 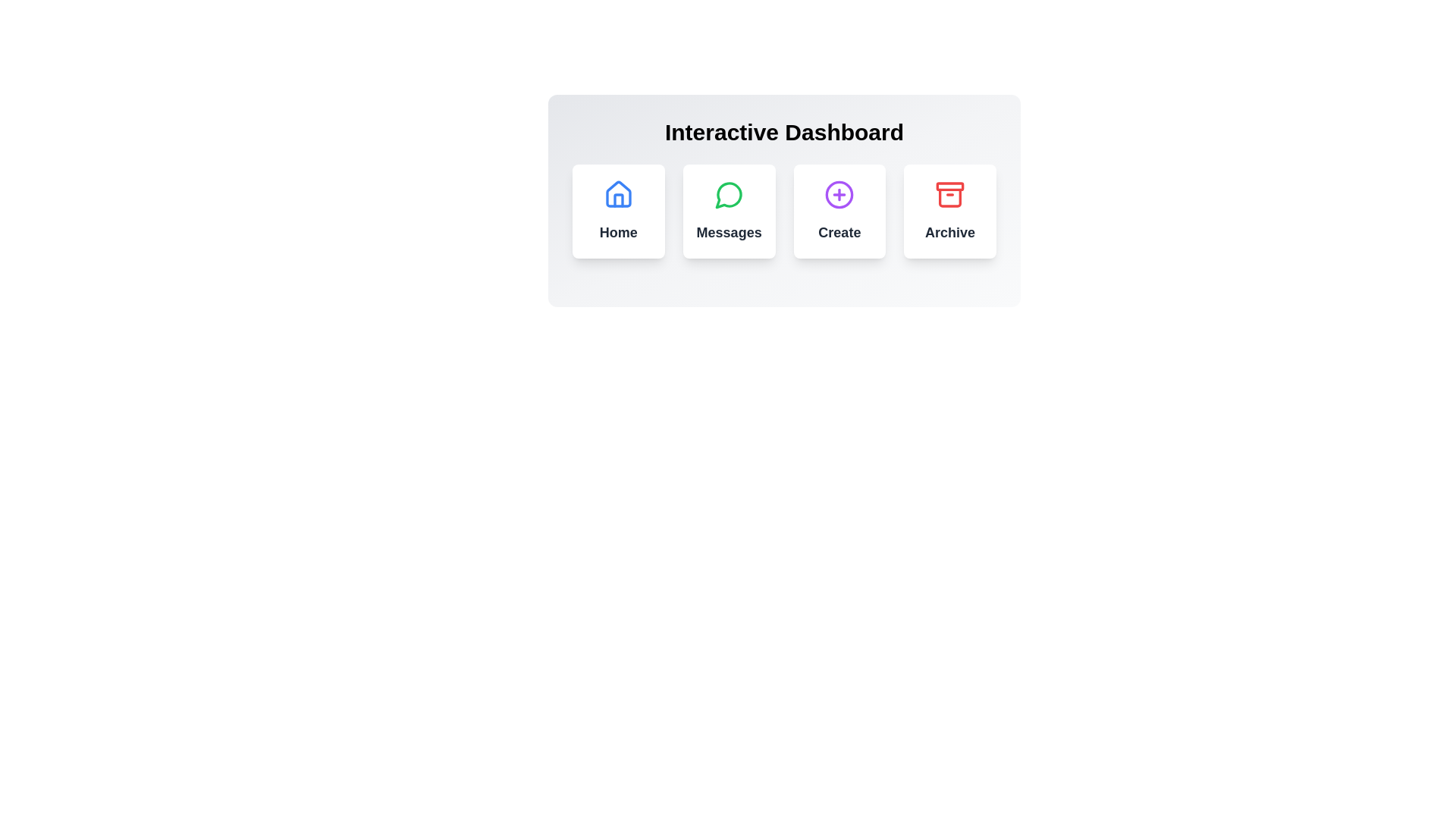 What do you see at coordinates (949, 233) in the screenshot?
I see `the 'Archive' text label, which is styled with a larger font size and bold weight, located below the corresponding box icon in the bottom-right corner of the dashboard, among other options like 'Home', 'Messages', and 'Create'` at bounding box center [949, 233].